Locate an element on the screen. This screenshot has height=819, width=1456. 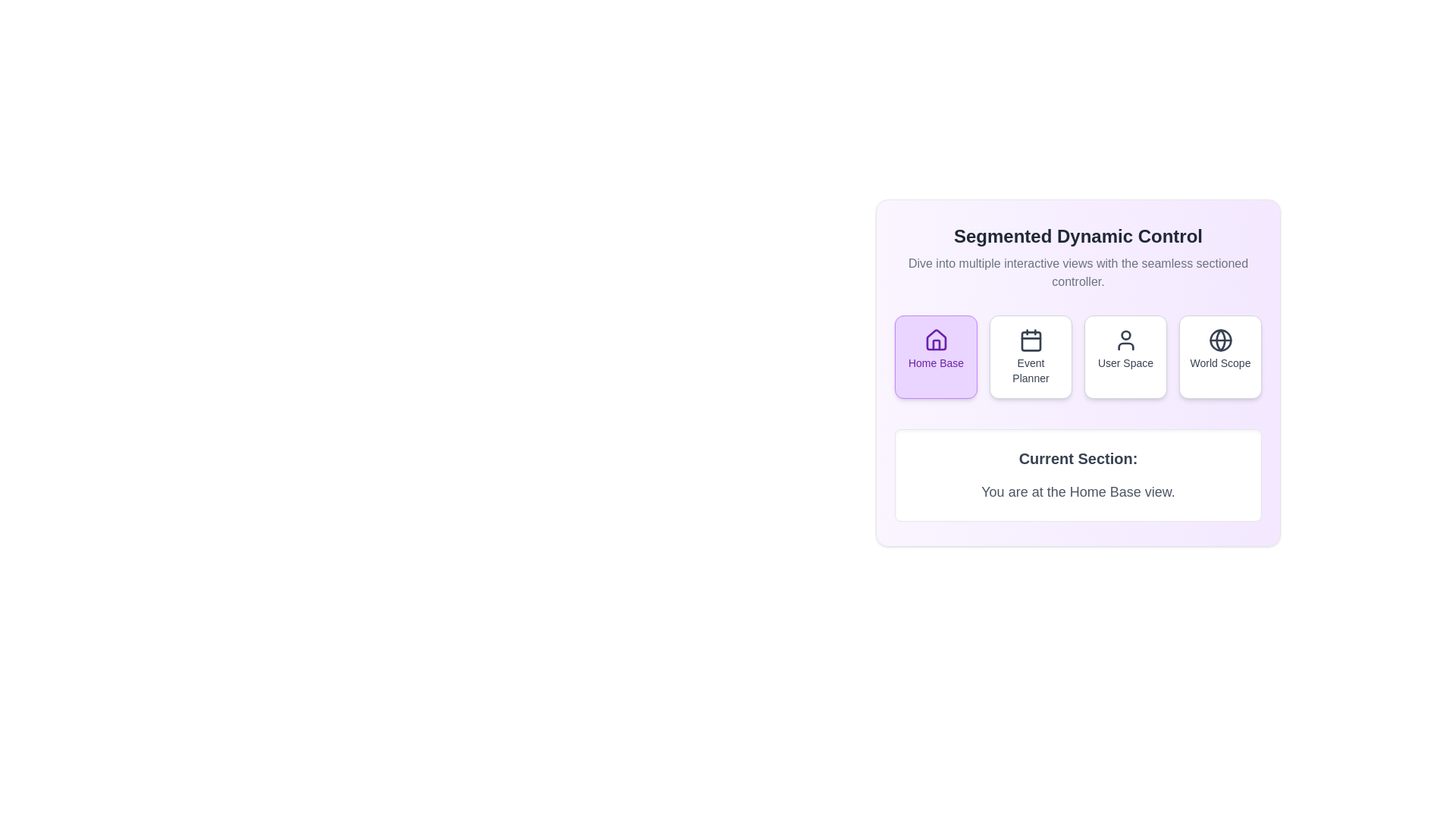
the static textual informational component that displays 'Current Section:' and 'You are at the Home Base view.' is located at coordinates (1077, 475).